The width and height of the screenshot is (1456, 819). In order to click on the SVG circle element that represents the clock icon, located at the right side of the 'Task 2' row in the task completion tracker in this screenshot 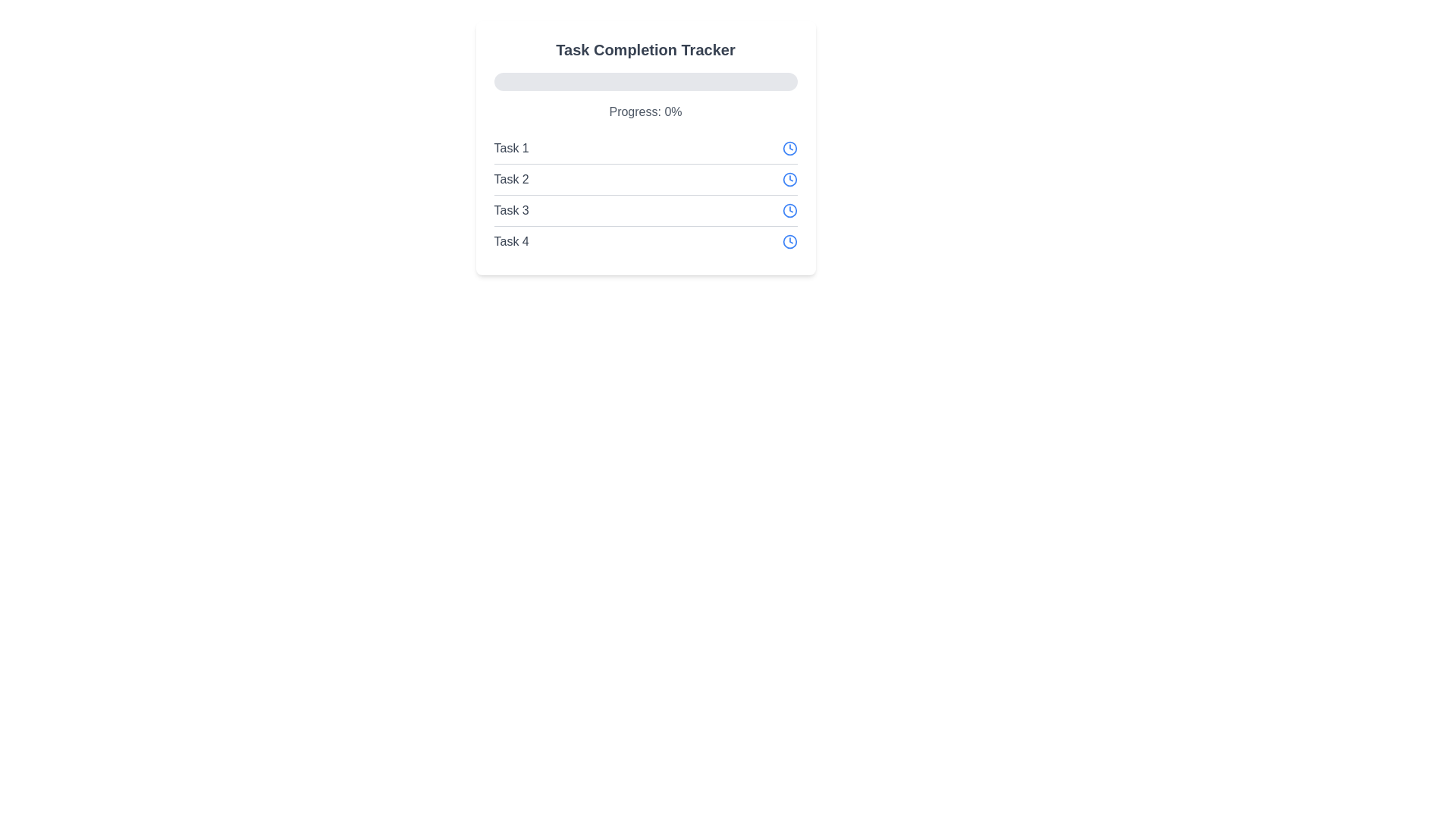, I will do `click(789, 178)`.